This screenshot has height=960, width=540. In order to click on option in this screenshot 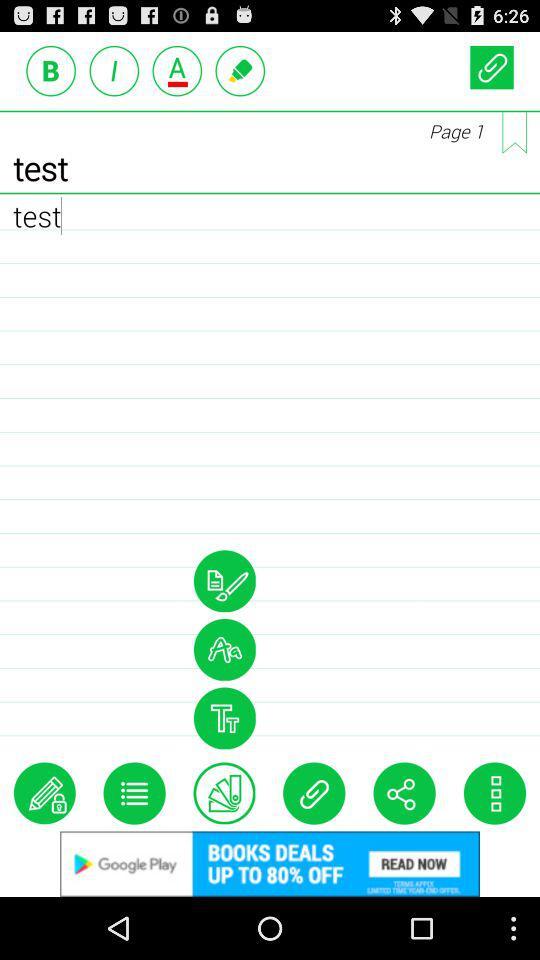, I will do `click(223, 581)`.